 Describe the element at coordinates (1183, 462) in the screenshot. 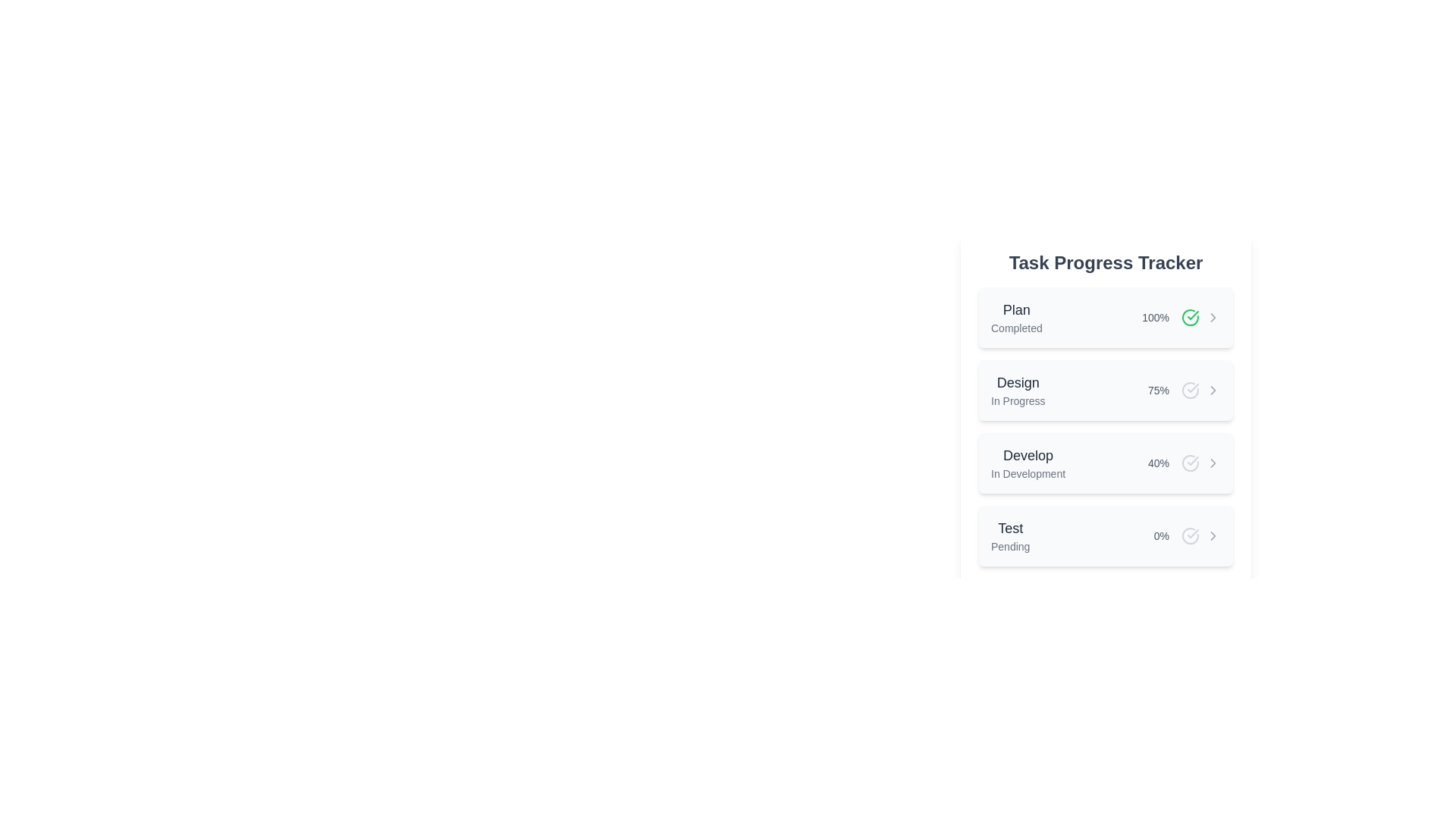

I see `the text label indicating the progress percentage (40%) within the 'Develop In Development' section of the task tracker interface, located to the right of the circular checkmark icon and to the left of the right-pointing arrow` at that location.